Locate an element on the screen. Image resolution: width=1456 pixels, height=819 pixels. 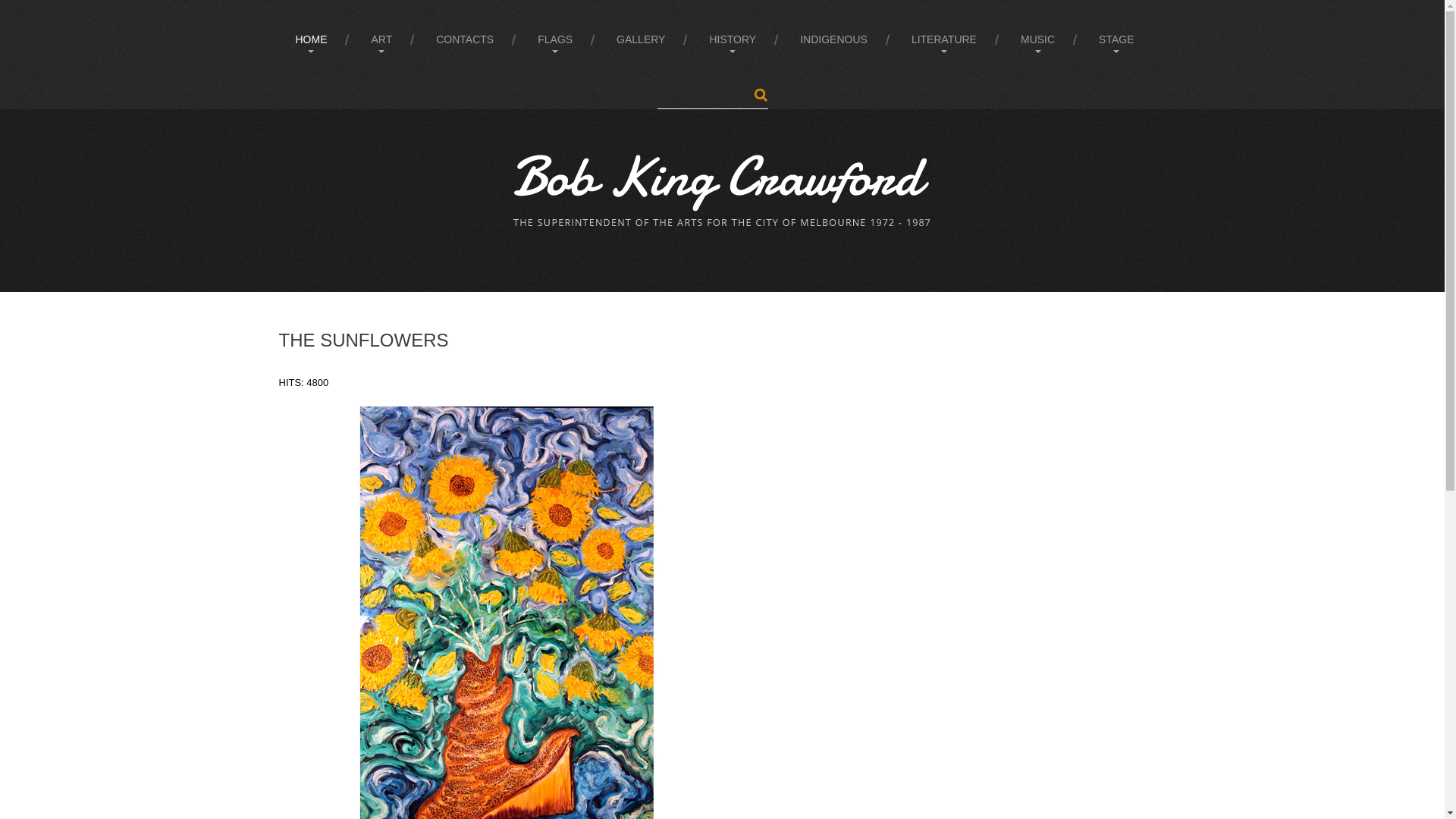
'CONTACTS' is located at coordinates (464, 38).